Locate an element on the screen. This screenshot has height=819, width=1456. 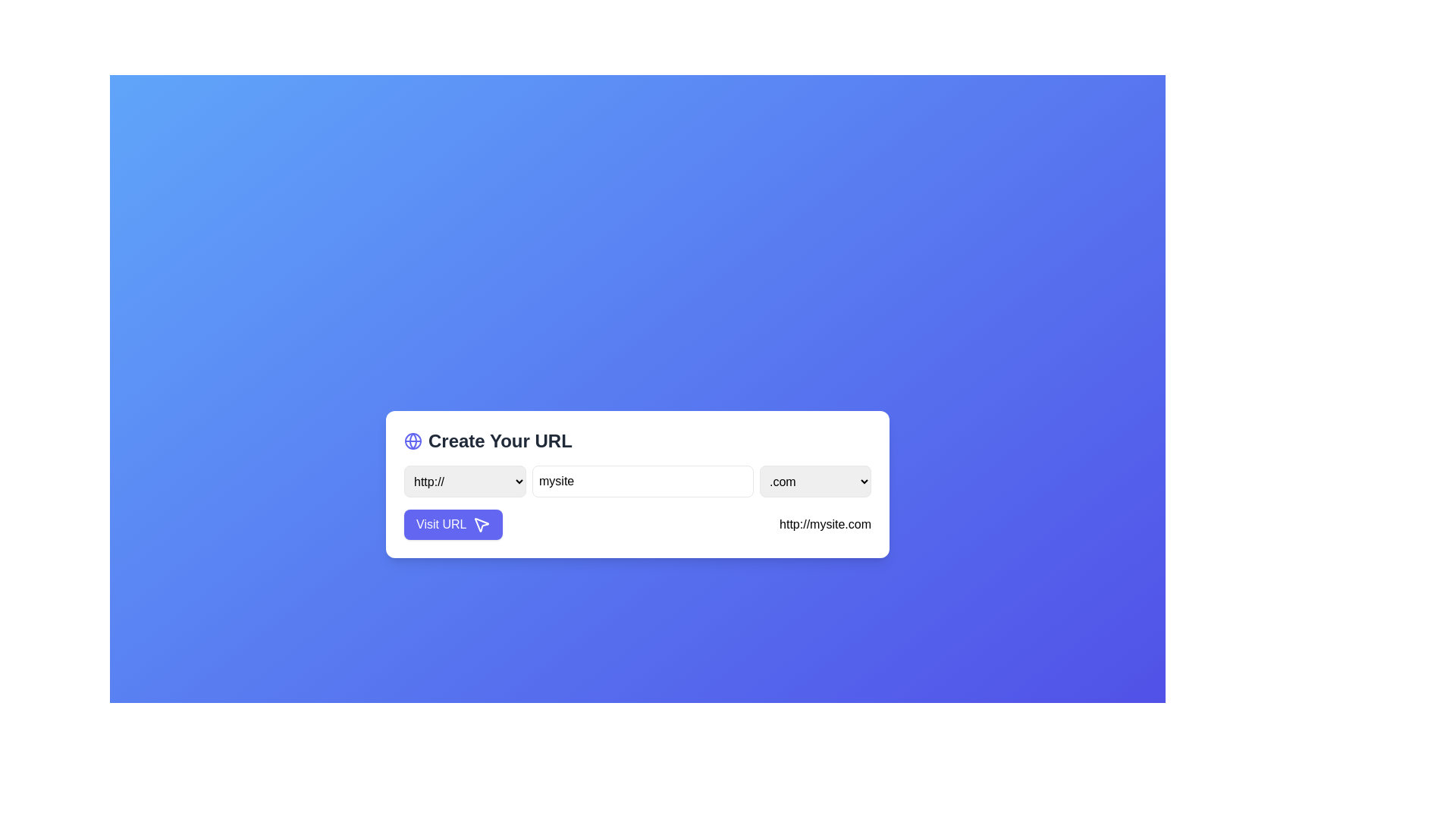
the triangular-shaped vector graphic indicating a pointer, located at the bottom-right of the 'Visit URL' button is located at coordinates (481, 524).